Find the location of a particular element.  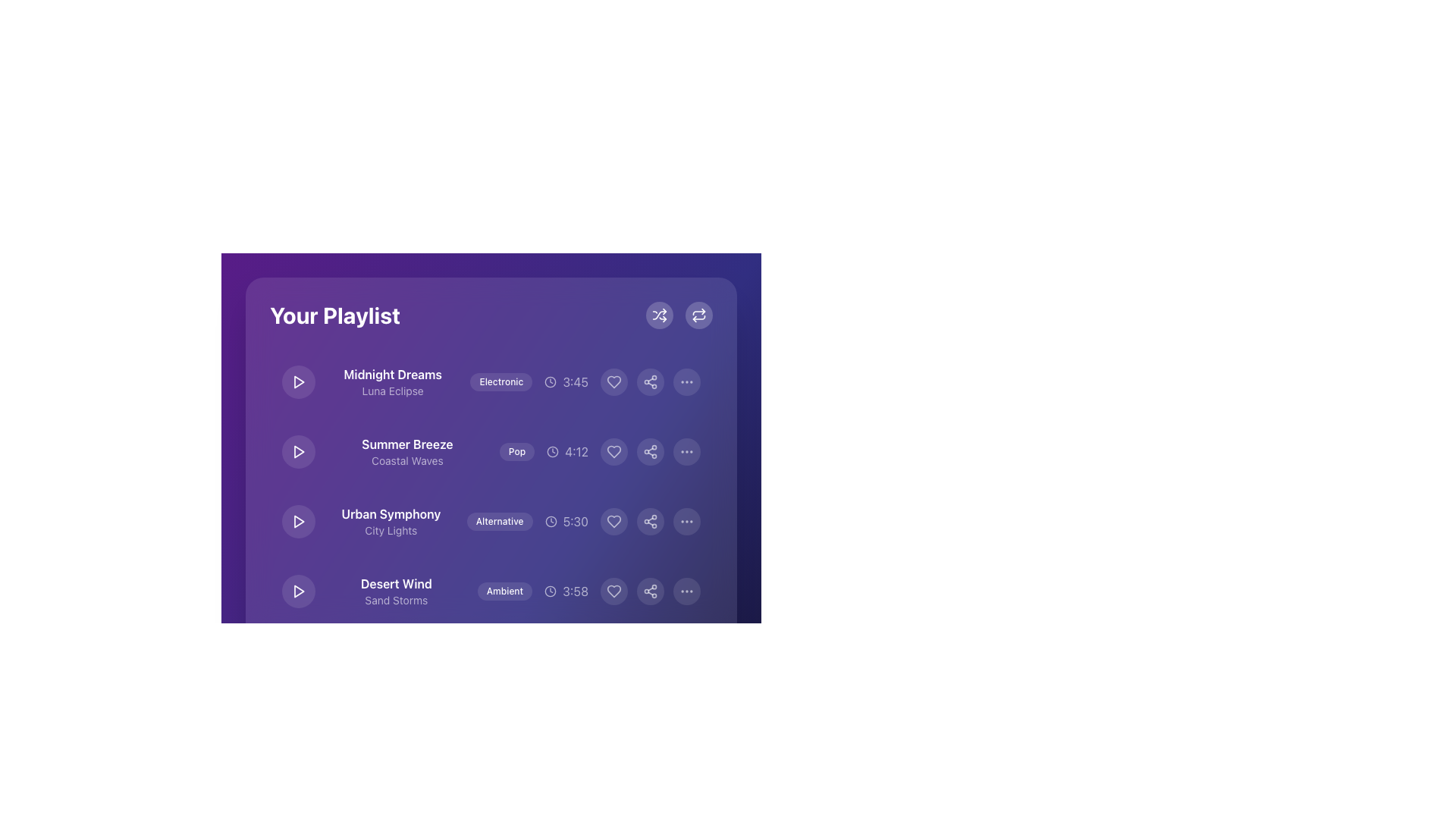

the share icon, which is represented by three connected circles with lines and is located within the first music track row ('Midnight Dreams') at the far-right end of the row is located at coordinates (651, 381).